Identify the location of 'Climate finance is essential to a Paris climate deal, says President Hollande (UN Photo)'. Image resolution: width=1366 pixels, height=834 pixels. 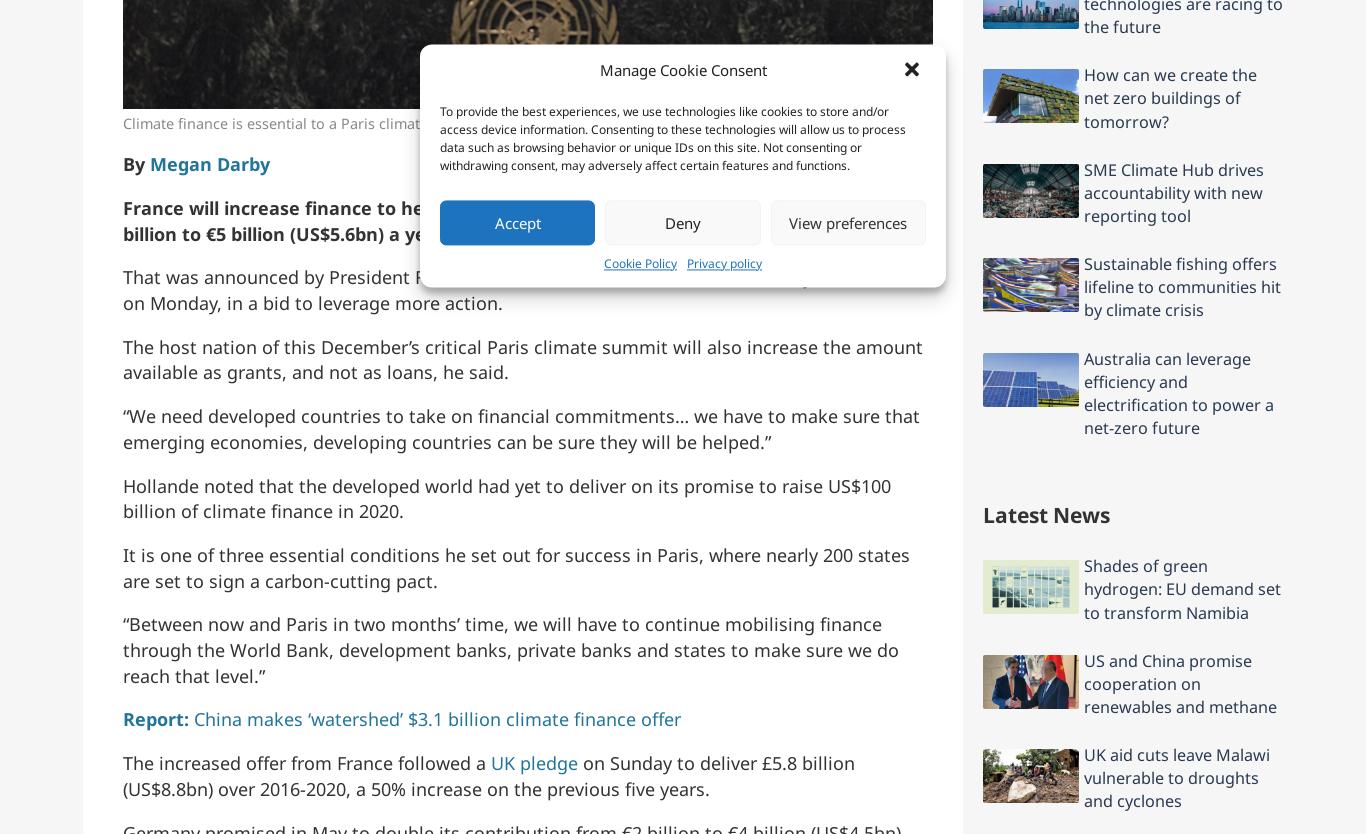
(416, 121).